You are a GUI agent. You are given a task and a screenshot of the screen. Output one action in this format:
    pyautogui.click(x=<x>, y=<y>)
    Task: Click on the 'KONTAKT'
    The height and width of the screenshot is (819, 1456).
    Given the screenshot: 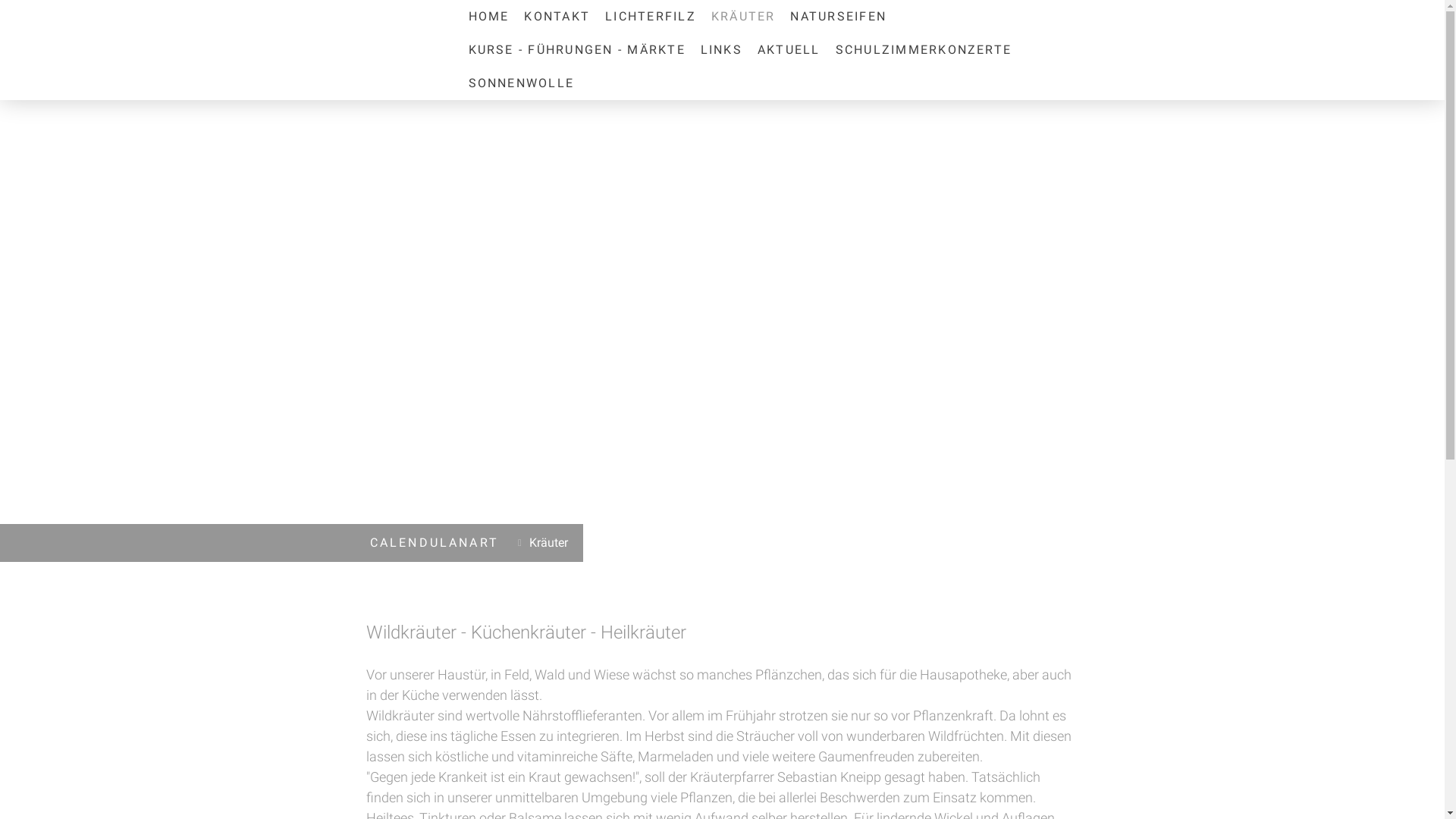 What is the action you would take?
    pyautogui.click(x=556, y=17)
    